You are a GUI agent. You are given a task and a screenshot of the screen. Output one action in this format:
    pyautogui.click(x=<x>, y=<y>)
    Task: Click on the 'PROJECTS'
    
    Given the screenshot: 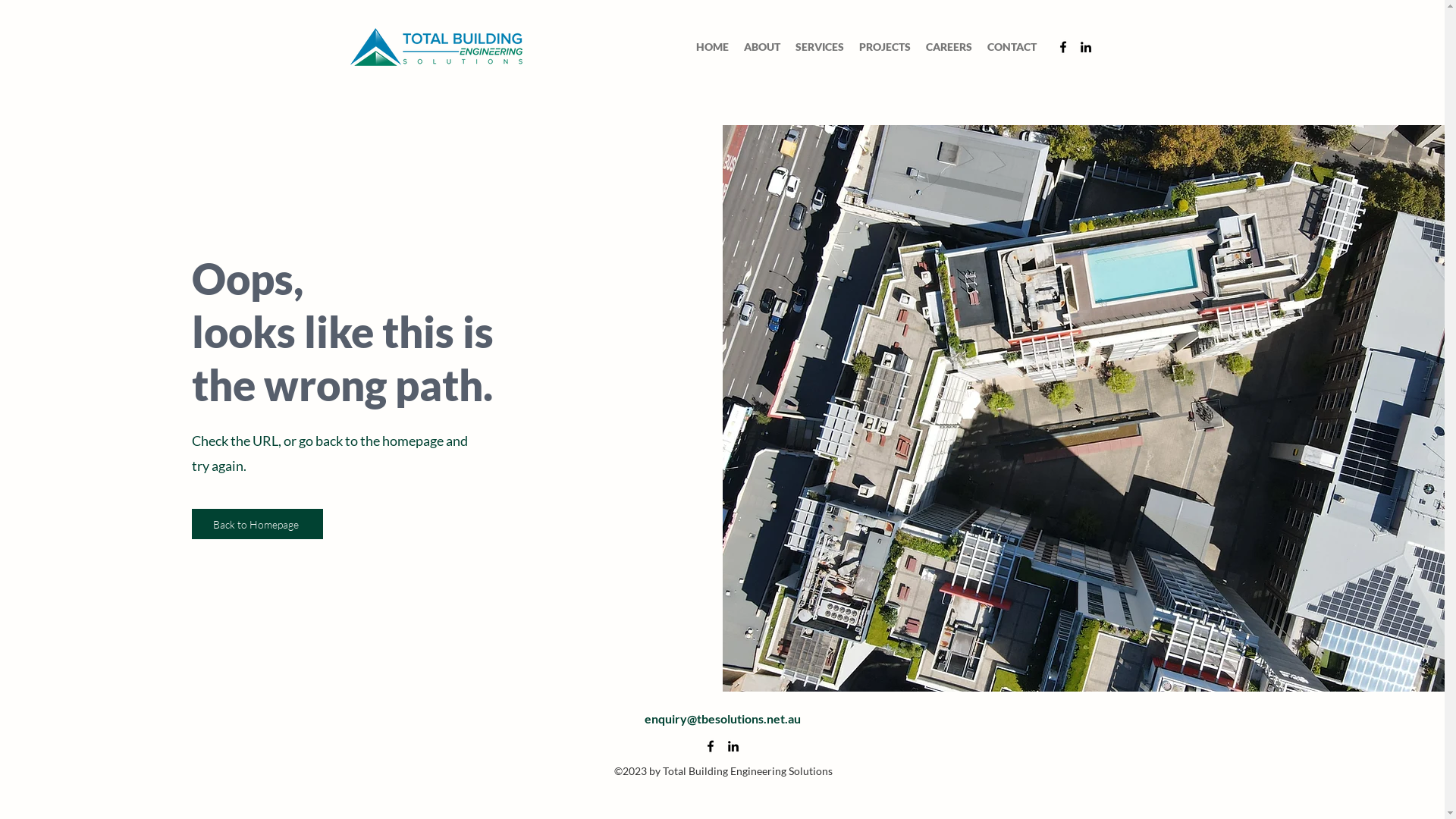 What is the action you would take?
    pyautogui.click(x=884, y=45)
    